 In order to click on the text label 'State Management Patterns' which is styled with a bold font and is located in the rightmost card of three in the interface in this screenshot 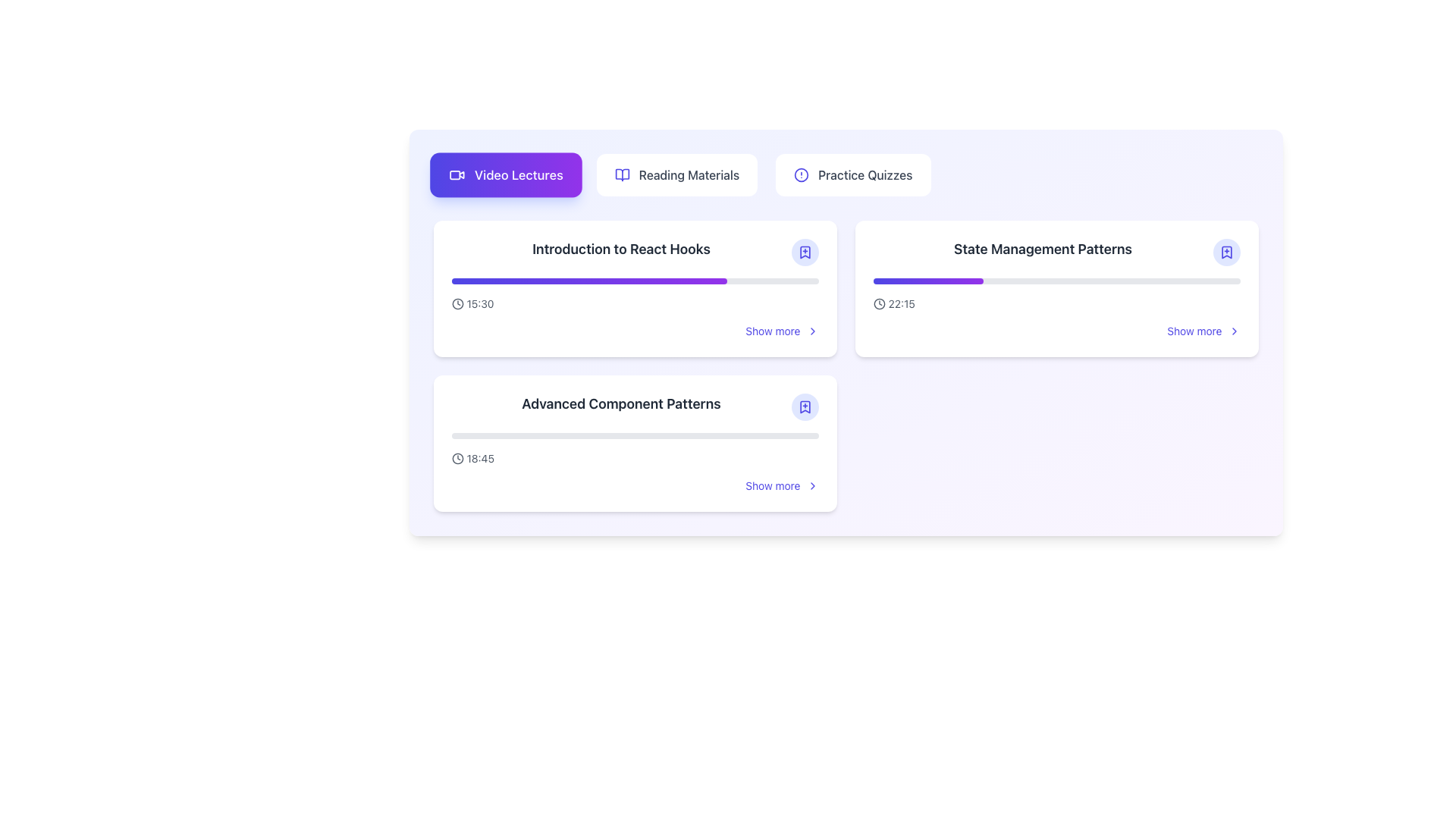, I will do `click(1042, 248)`.